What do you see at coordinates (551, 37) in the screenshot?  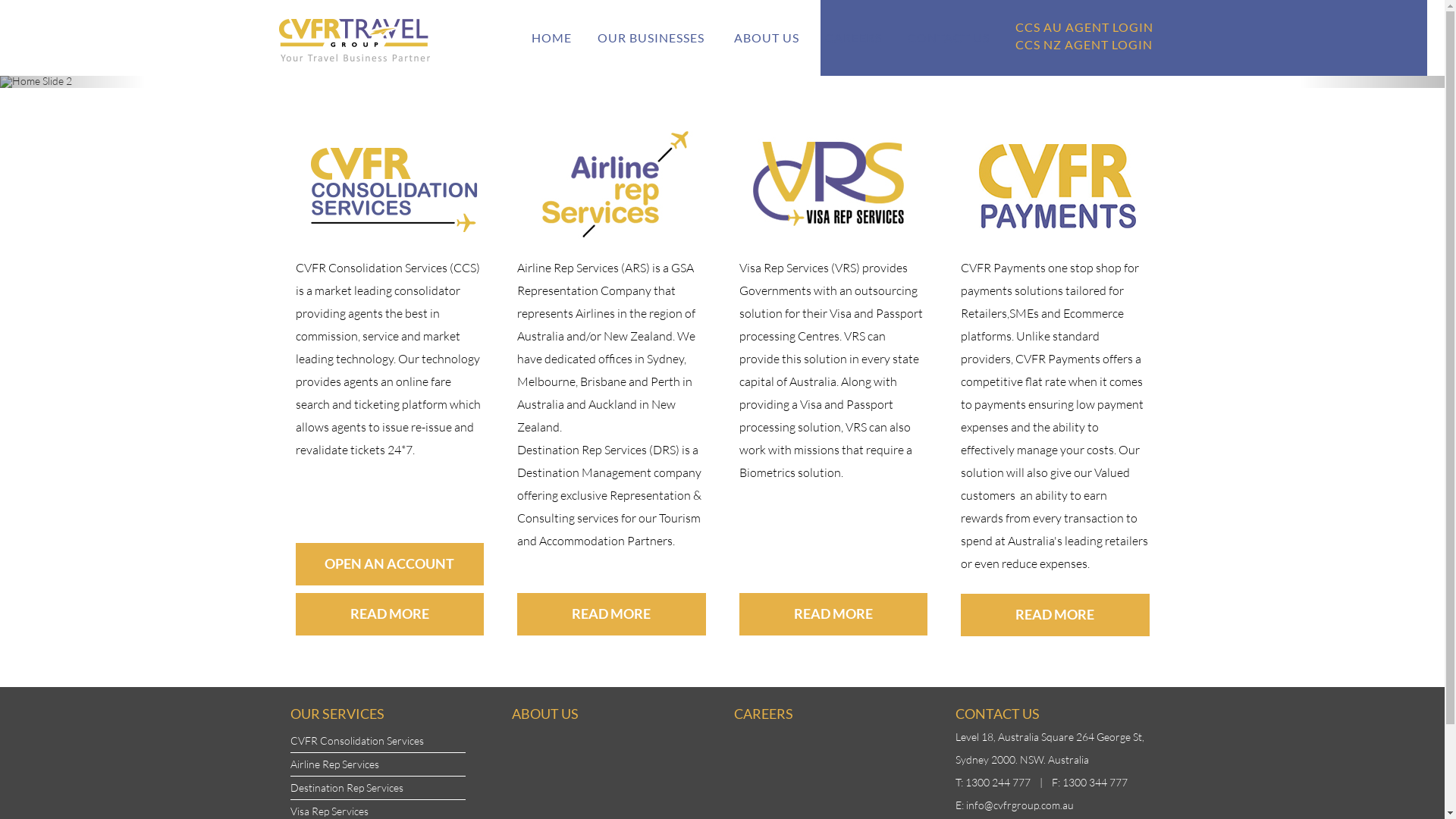 I see `'HOME'` at bounding box center [551, 37].